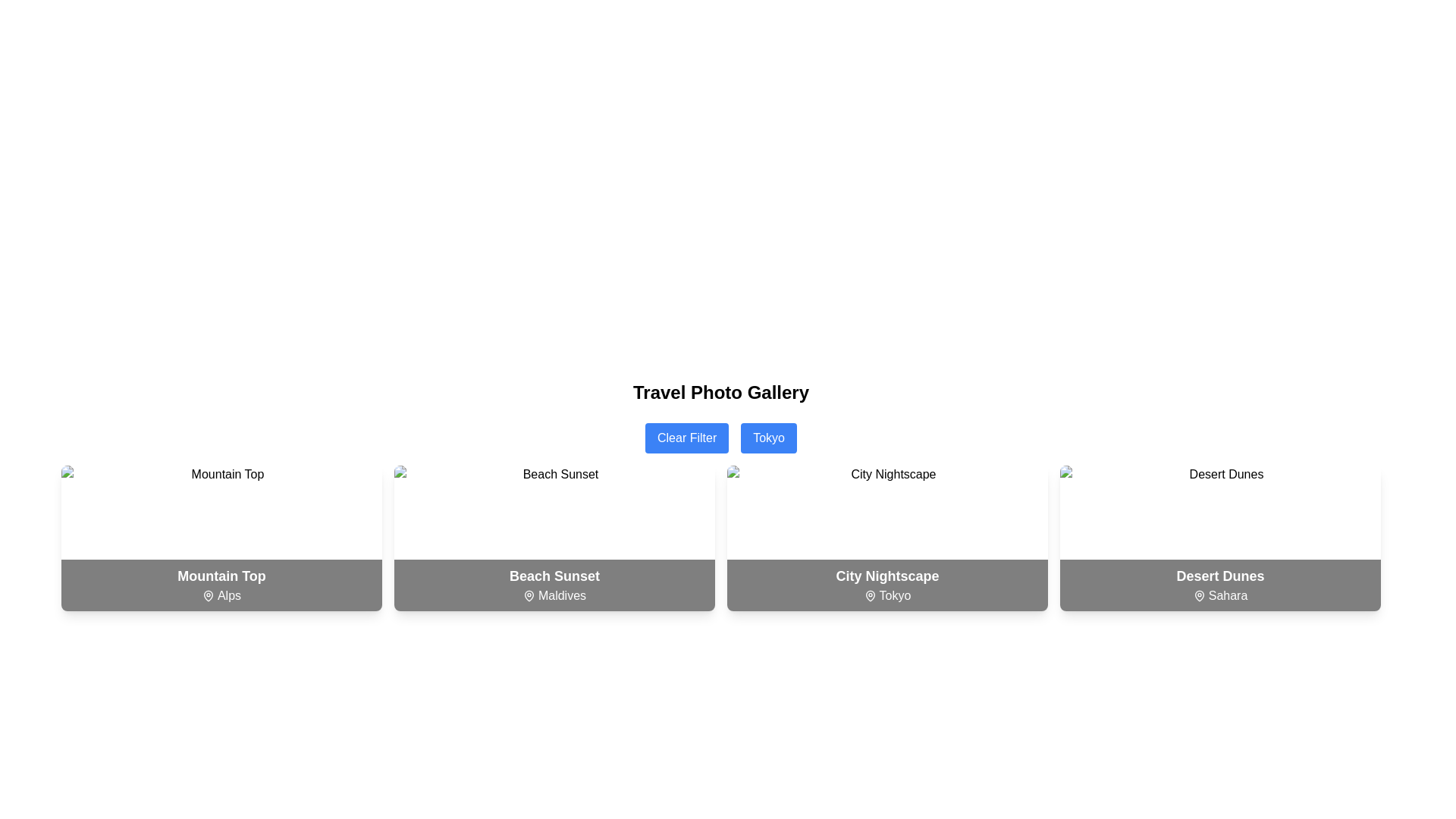 The image size is (1456, 819). I want to click on the text label that describes the geographical location associated with 'Beach Sunset', which is horizontally centered below the title and next to a map pin icon, so click(554, 595).